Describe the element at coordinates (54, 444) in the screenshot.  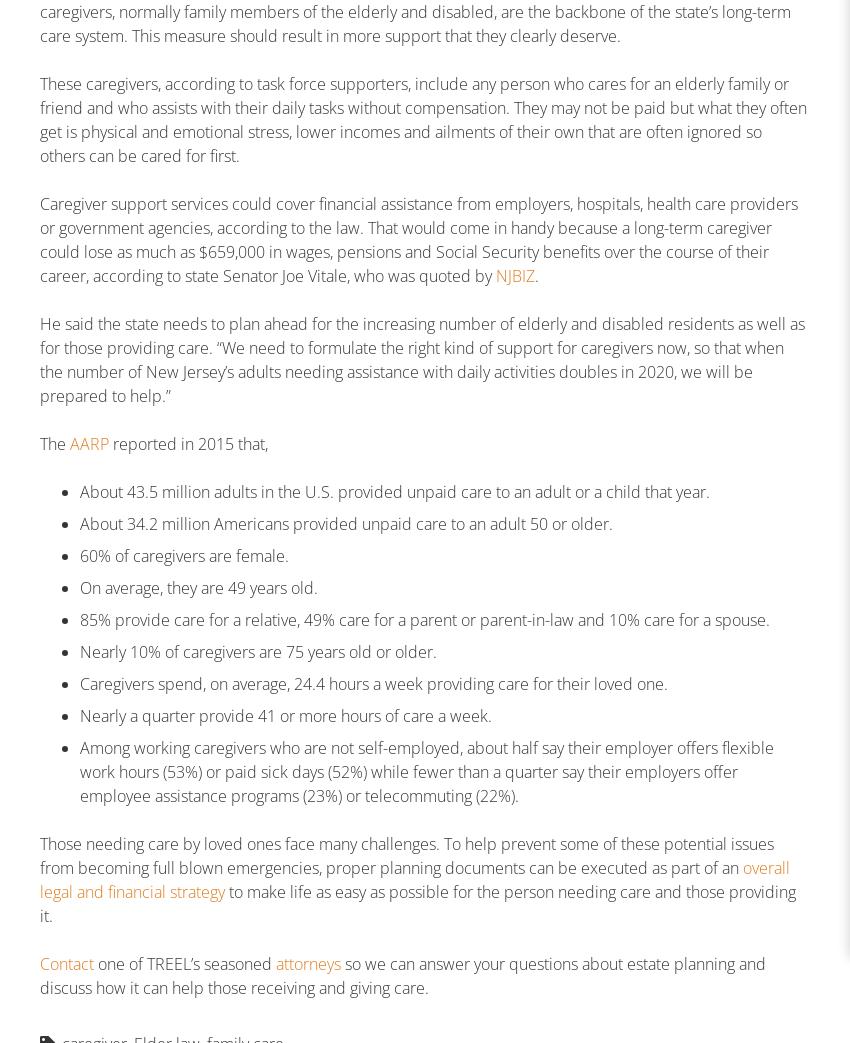
I see `'The'` at that location.